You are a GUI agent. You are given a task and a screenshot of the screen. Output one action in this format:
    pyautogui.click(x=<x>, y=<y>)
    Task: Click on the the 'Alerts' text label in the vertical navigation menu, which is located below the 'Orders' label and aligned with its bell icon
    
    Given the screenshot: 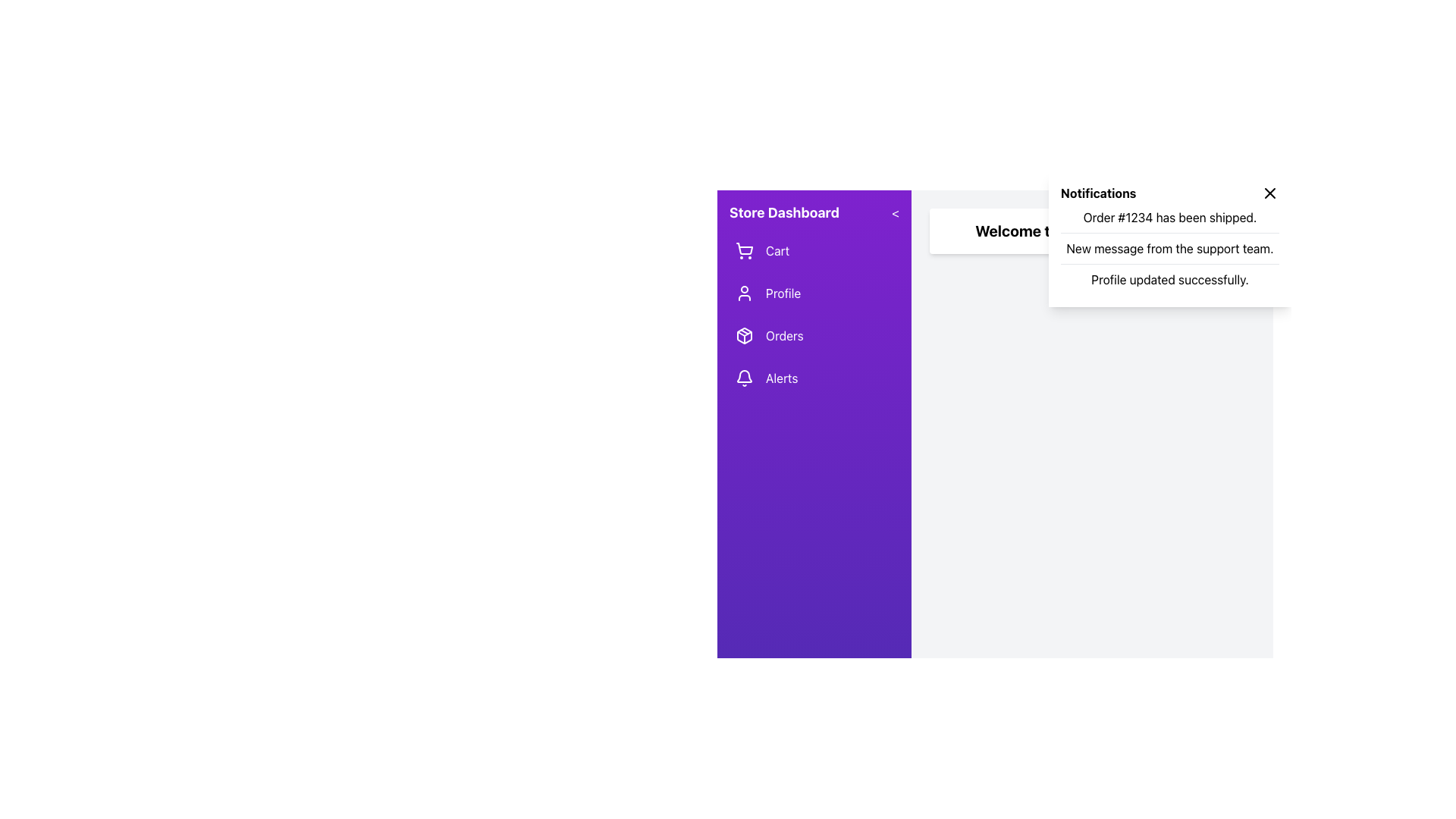 What is the action you would take?
    pyautogui.click(x=782, y=377)
    